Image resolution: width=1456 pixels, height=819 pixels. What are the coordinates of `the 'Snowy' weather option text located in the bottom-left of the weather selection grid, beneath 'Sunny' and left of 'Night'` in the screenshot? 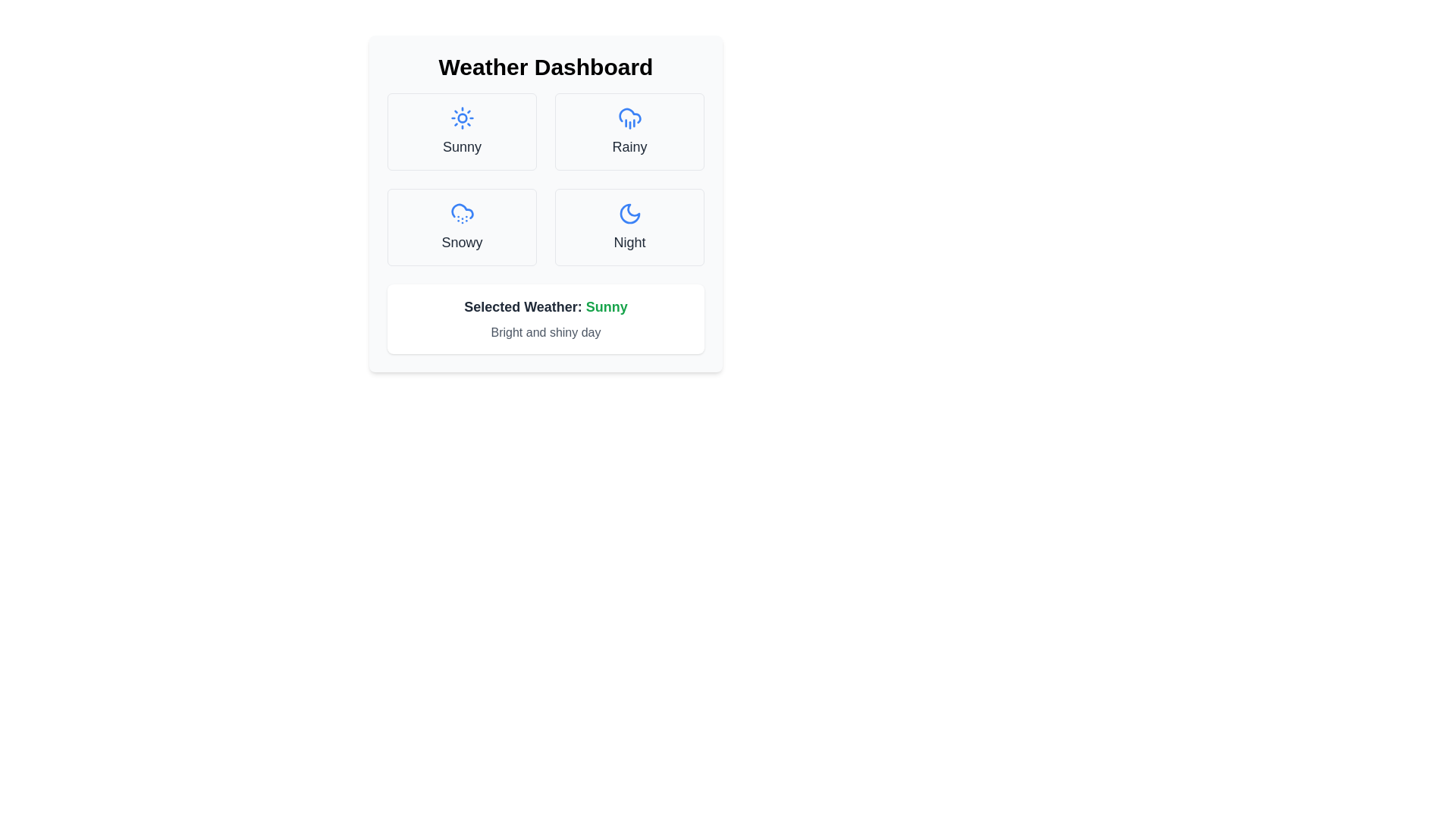 It's located at (461, 242).